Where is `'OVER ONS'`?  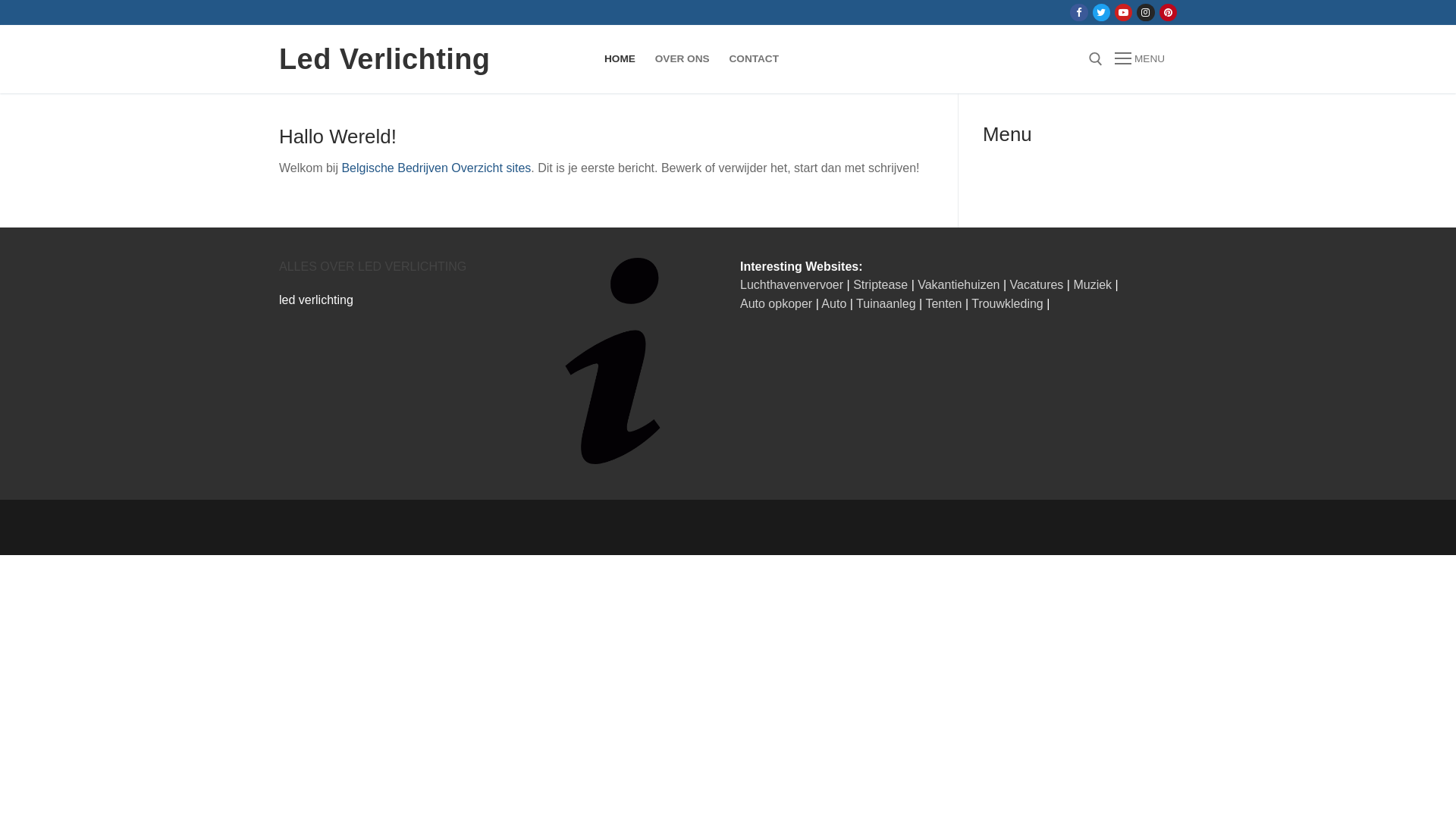 'OVER ONS' is located at coordinates (682, 58).